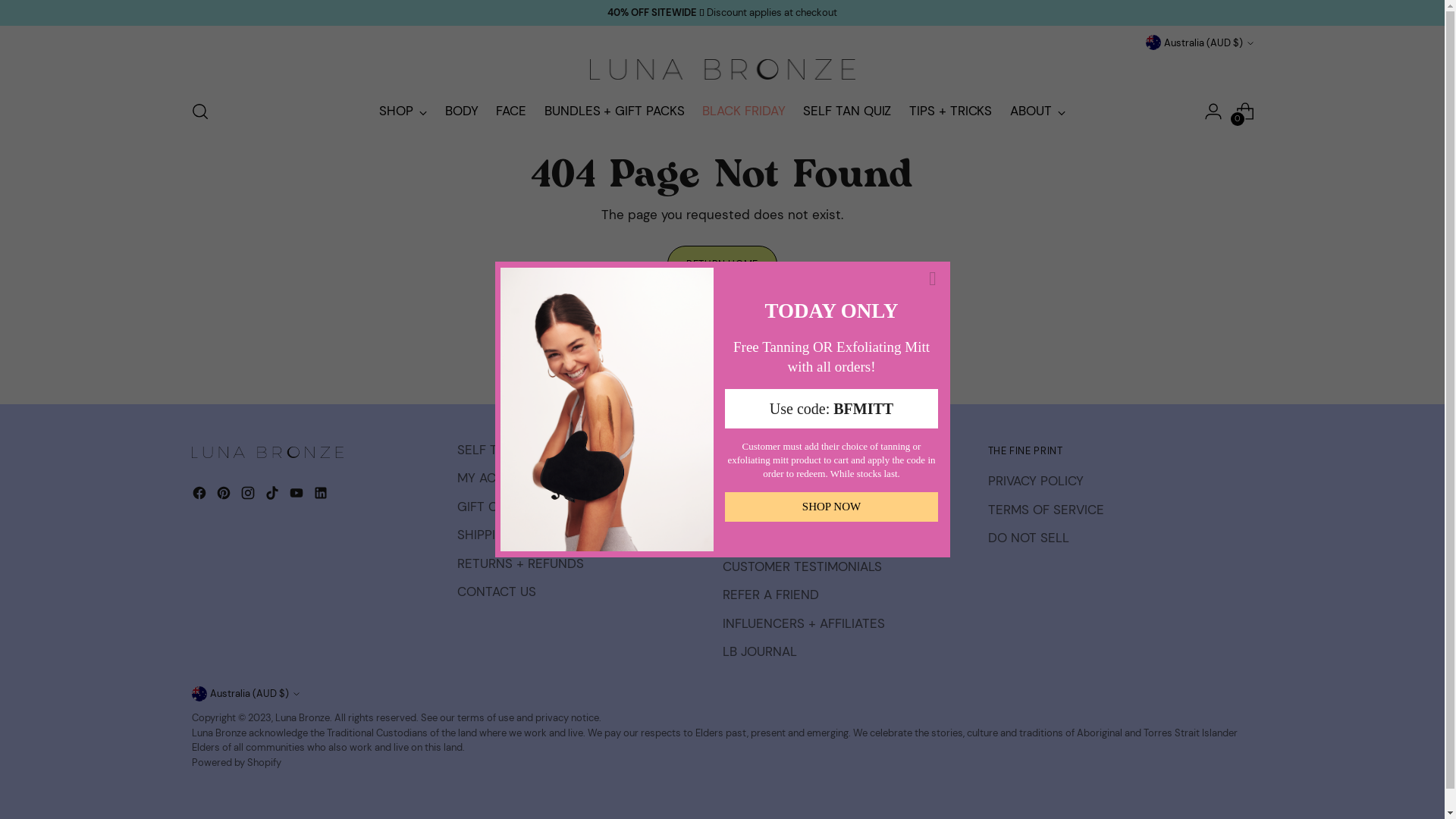  Describe the element at coordinates (224, 496) in the screenshot. I see `'Luna Bronze on Pinterest'` at that location.